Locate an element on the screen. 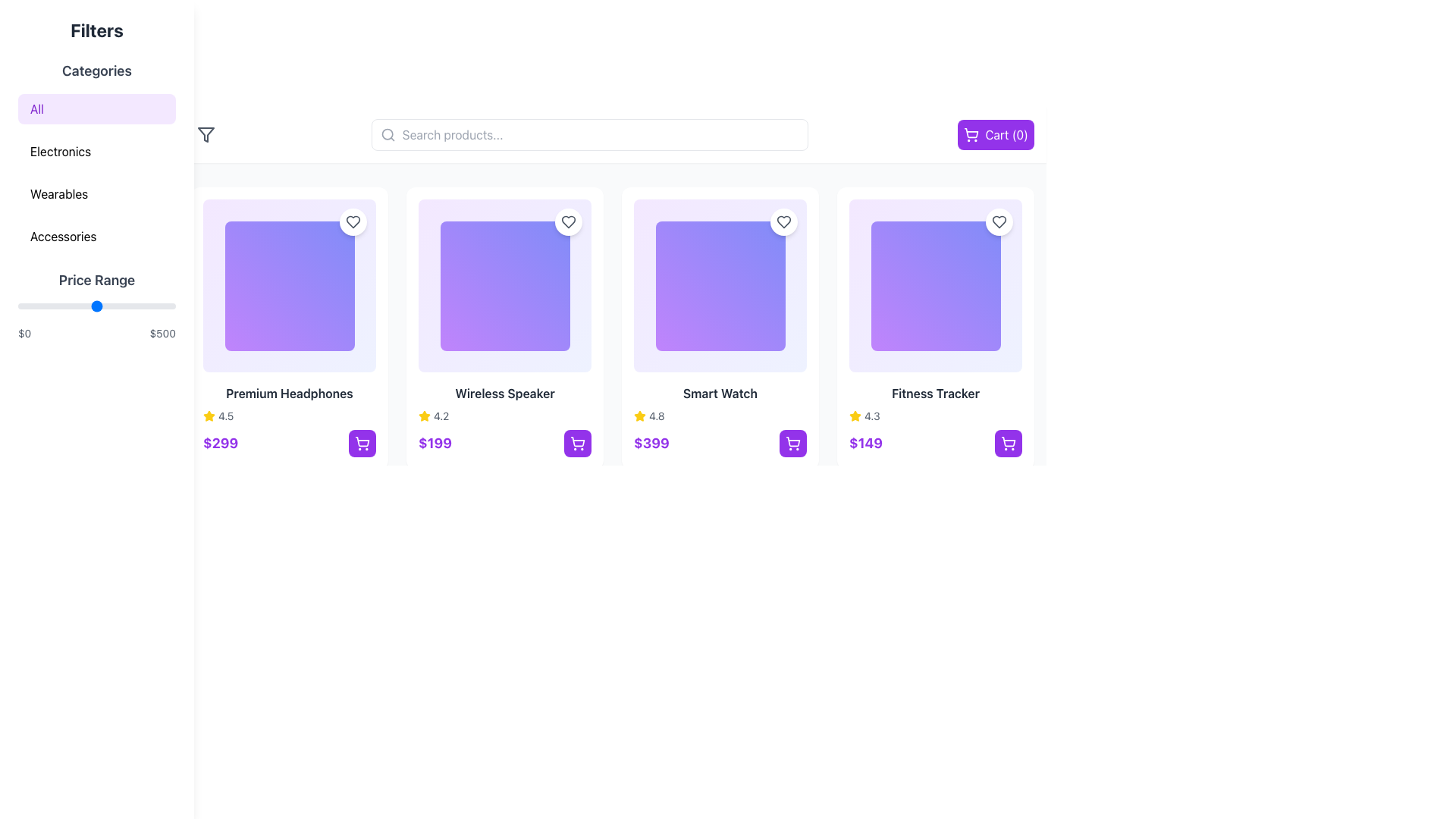 This screenshot has height=819, width=1456. the shopping cart icon located in the upper right corner of the application interface, adjacent to the text label indicating the number of items in the cart is located at coordinates (971, 132).